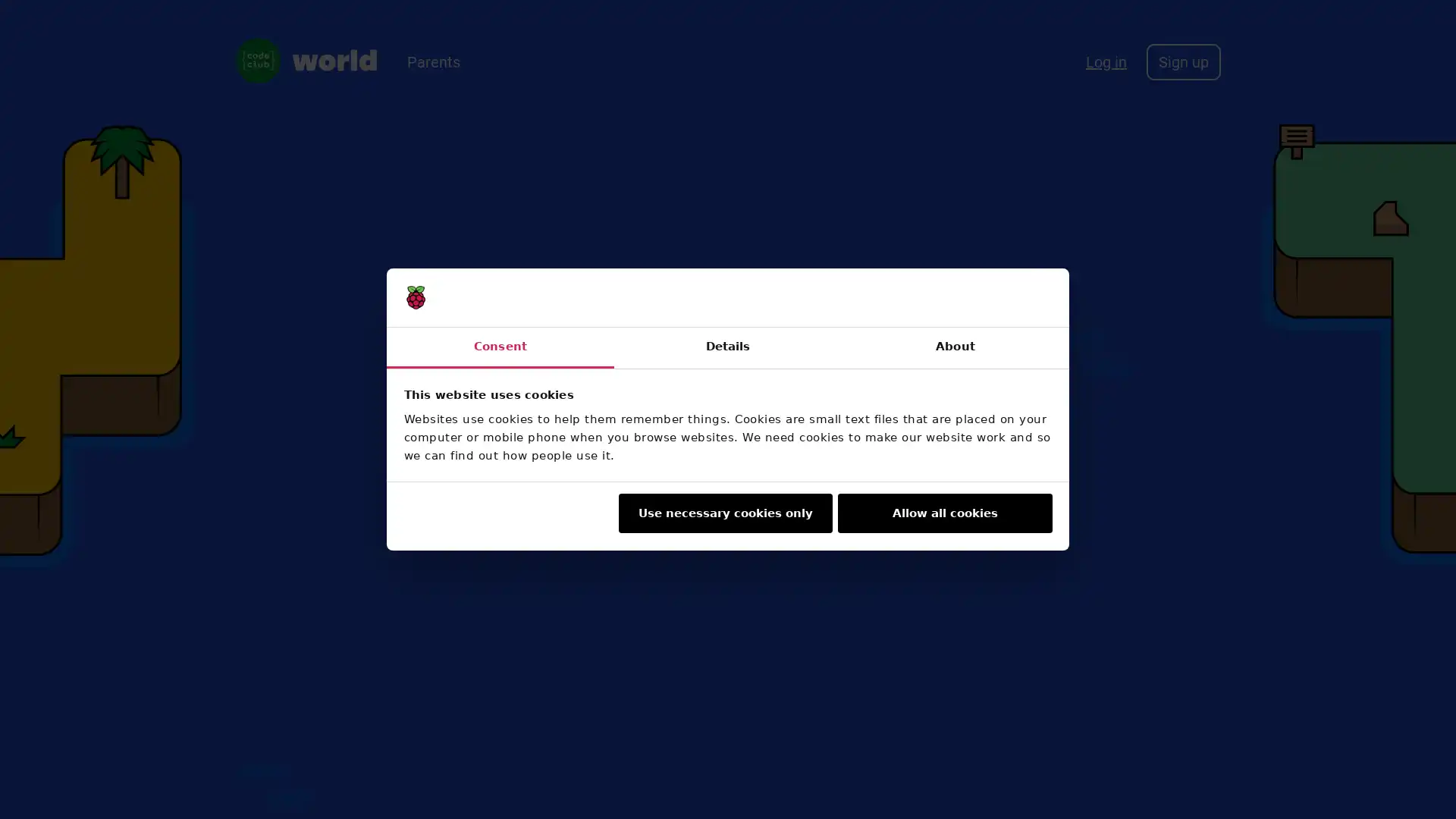 Image resolution: width=1456 pixels, height=819 pixels. Describe the element at coordinates (1106, 61) in the screenshot. I see `Log in` at that location.